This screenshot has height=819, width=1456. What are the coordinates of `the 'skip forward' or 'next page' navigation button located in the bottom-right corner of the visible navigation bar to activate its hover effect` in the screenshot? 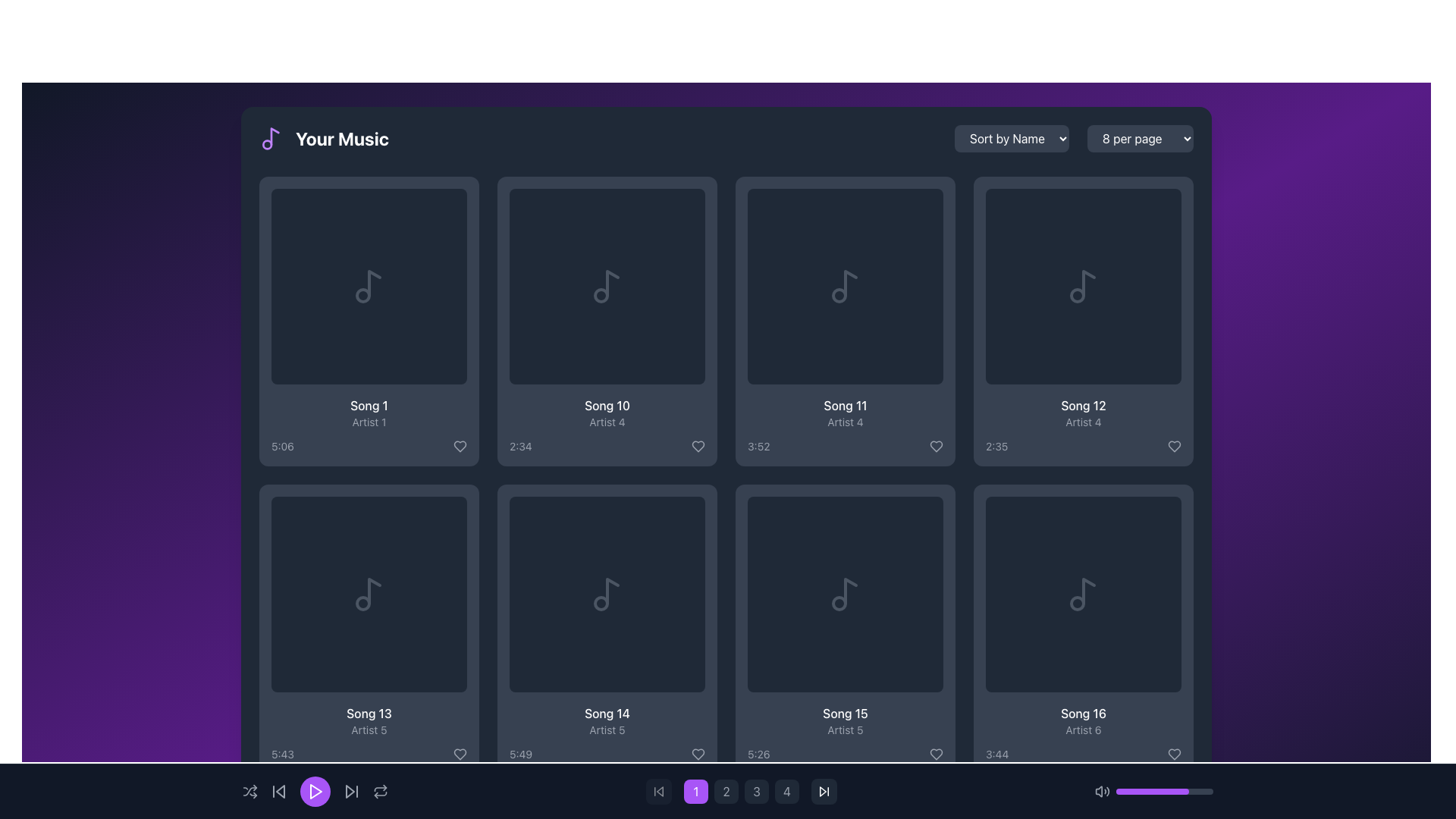 It's located at (823, 791).